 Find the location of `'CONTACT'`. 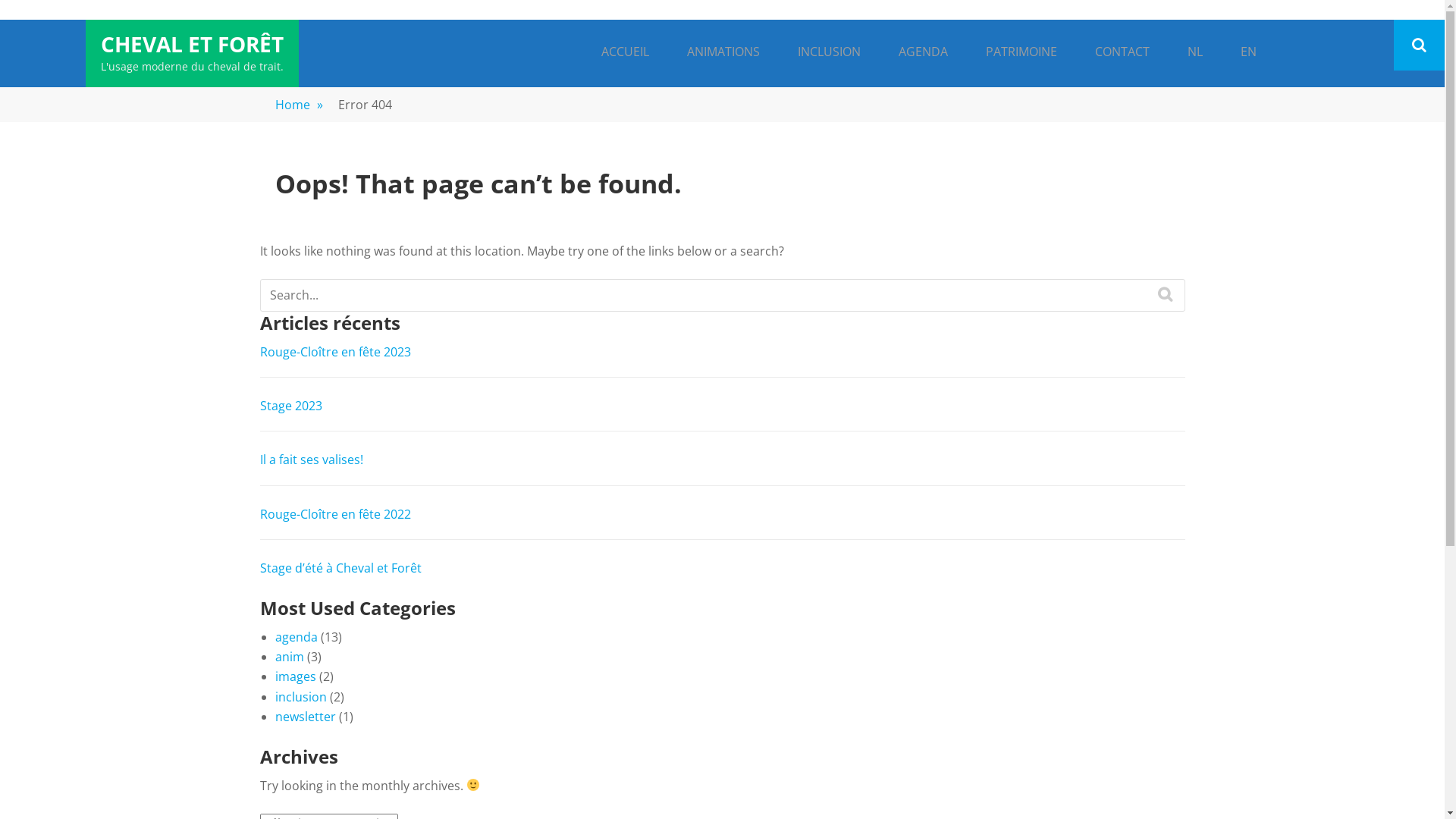

'CONTACT' is located at coordinates (1121, 52).